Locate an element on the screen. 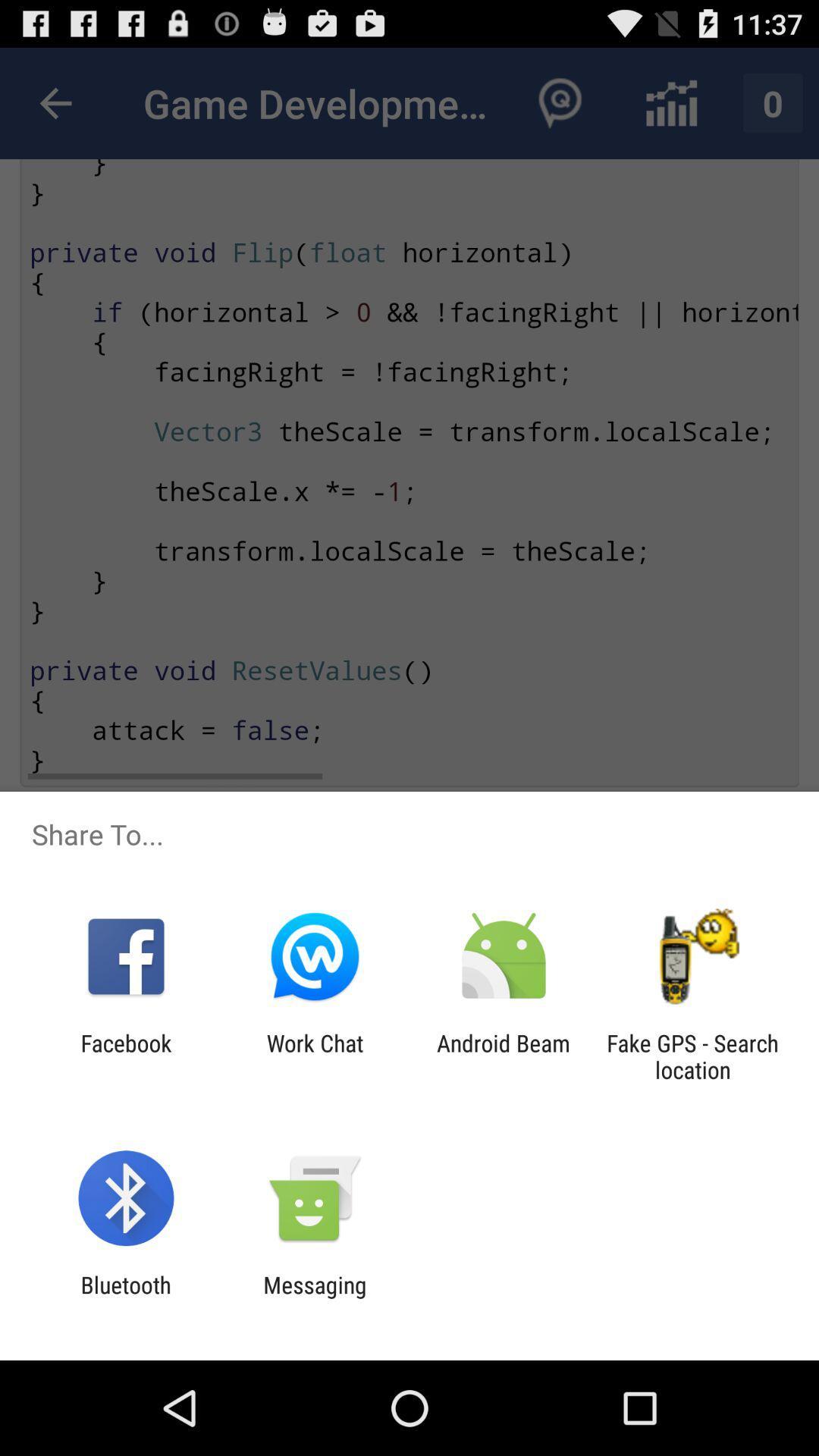  app to the left of the work chat item is located at coordinates (125, 1056).